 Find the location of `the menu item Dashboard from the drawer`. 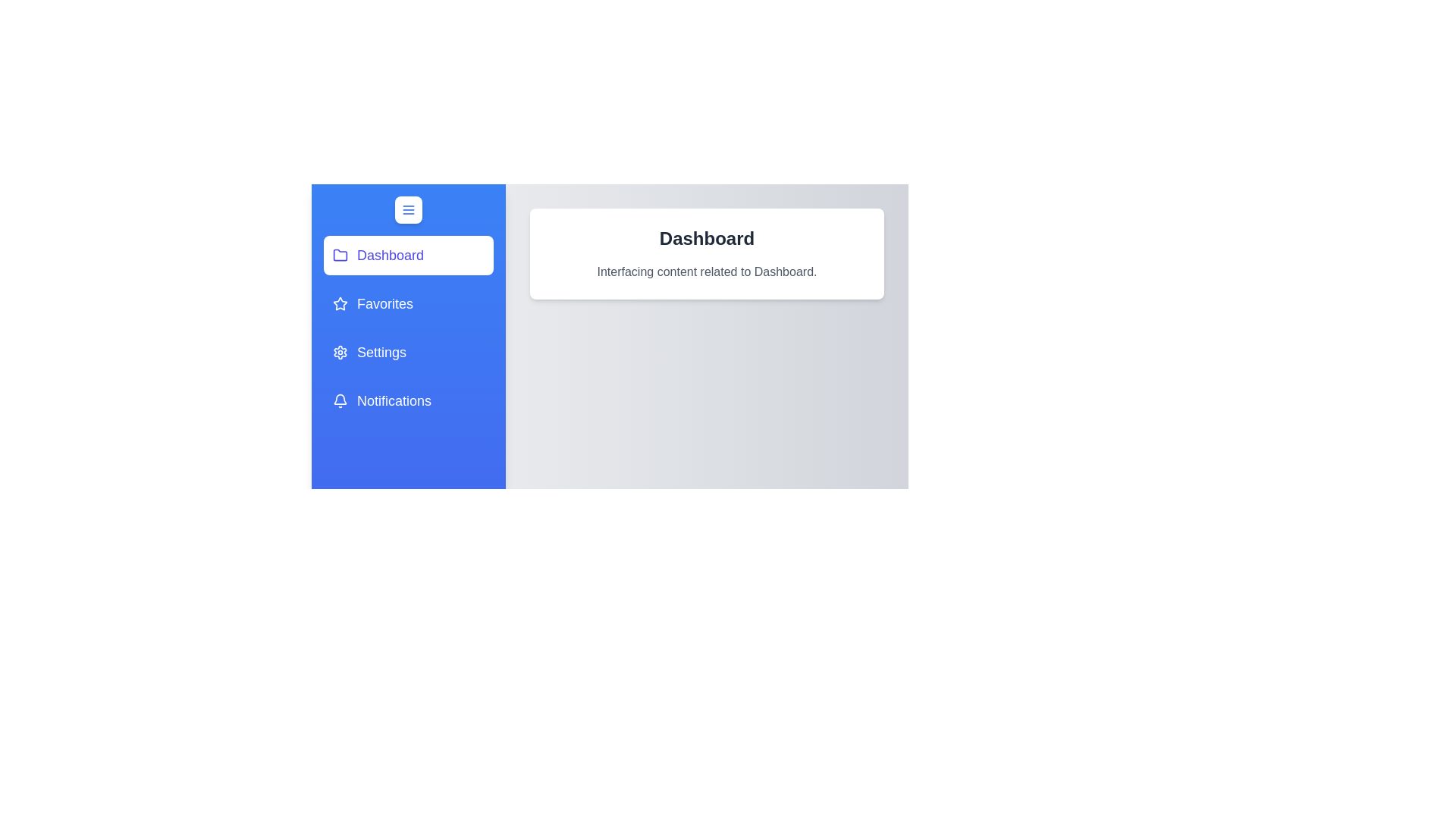

the menu item Dashboard from the drawer is located at coordinates (408, 254).